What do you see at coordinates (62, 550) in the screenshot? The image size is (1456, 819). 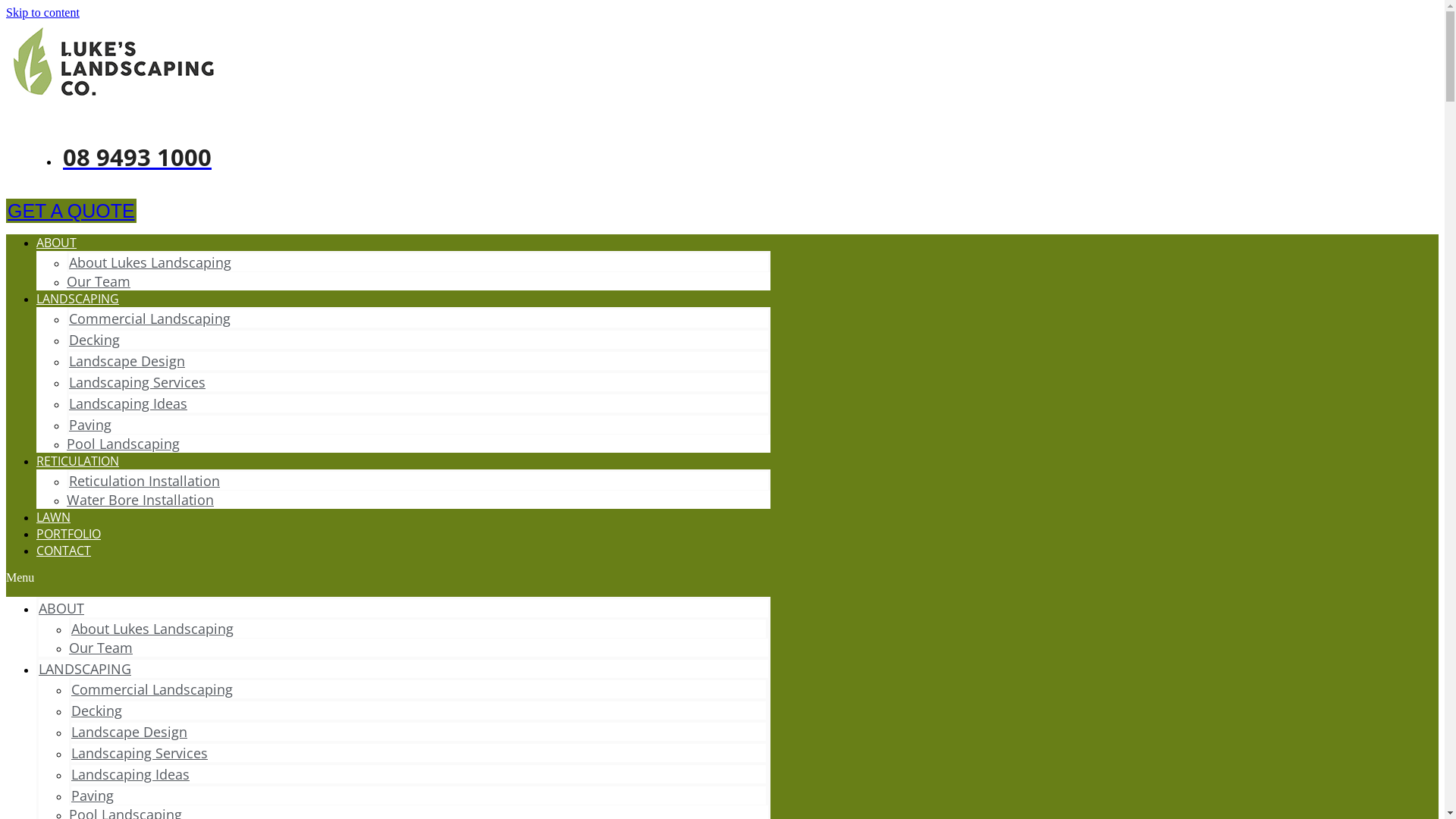 I see `'CONTACT'` at bounding box center [62, 550].